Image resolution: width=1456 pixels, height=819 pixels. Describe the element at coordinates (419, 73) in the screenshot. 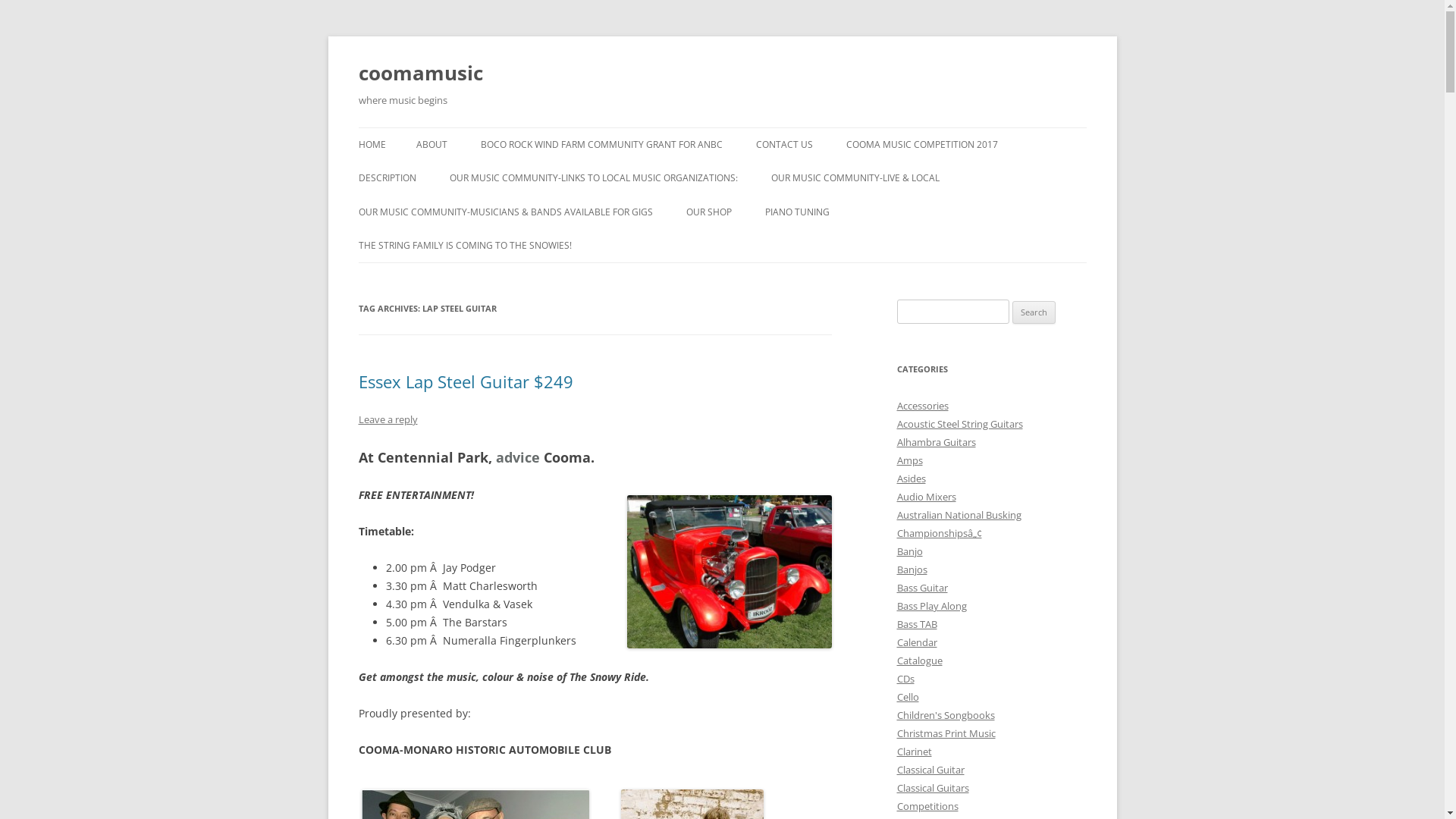

I see `'coomamusic'` at that location.